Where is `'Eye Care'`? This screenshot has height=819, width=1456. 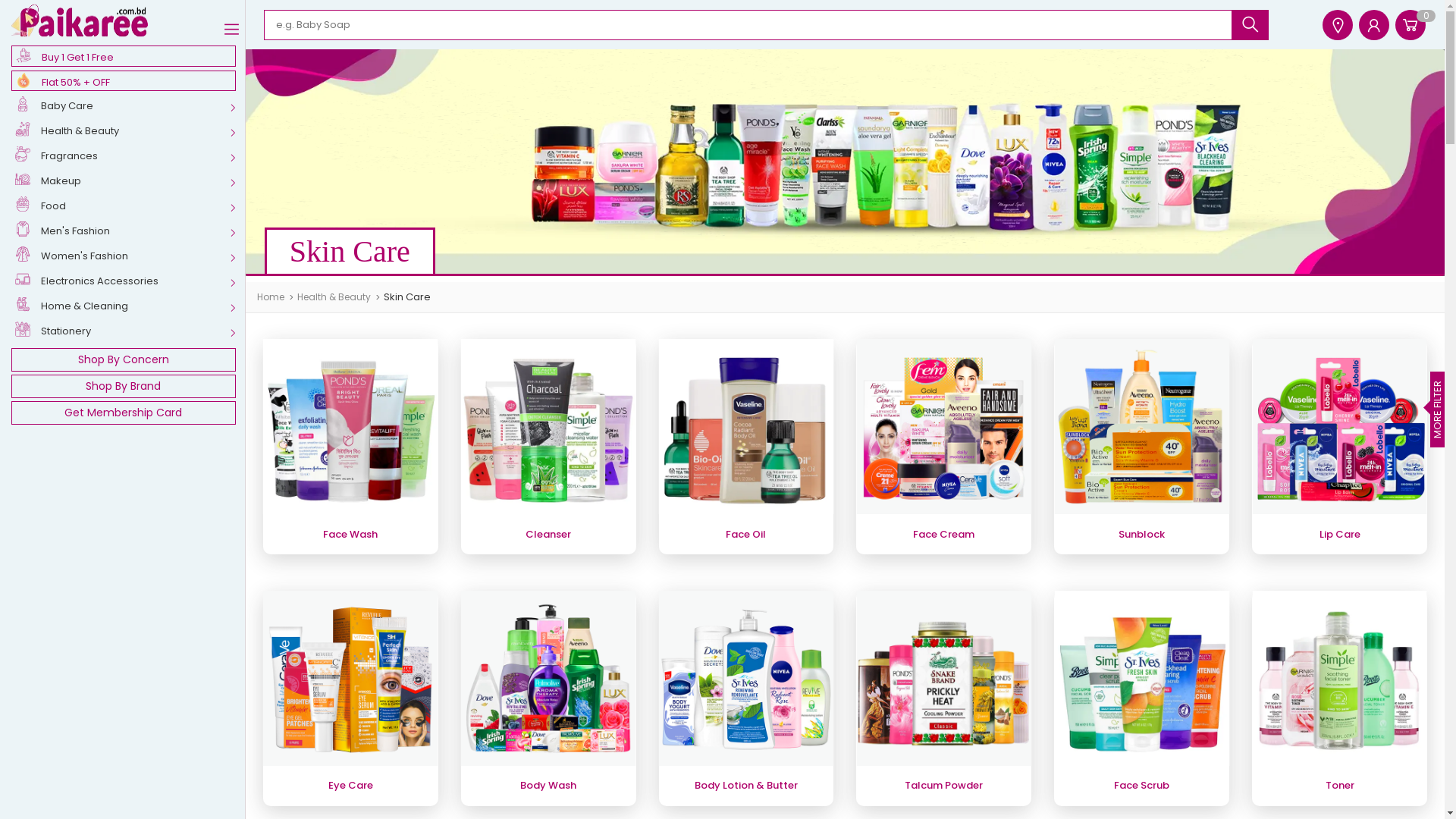
'Eye Care' is located at coordinates (350, 698).